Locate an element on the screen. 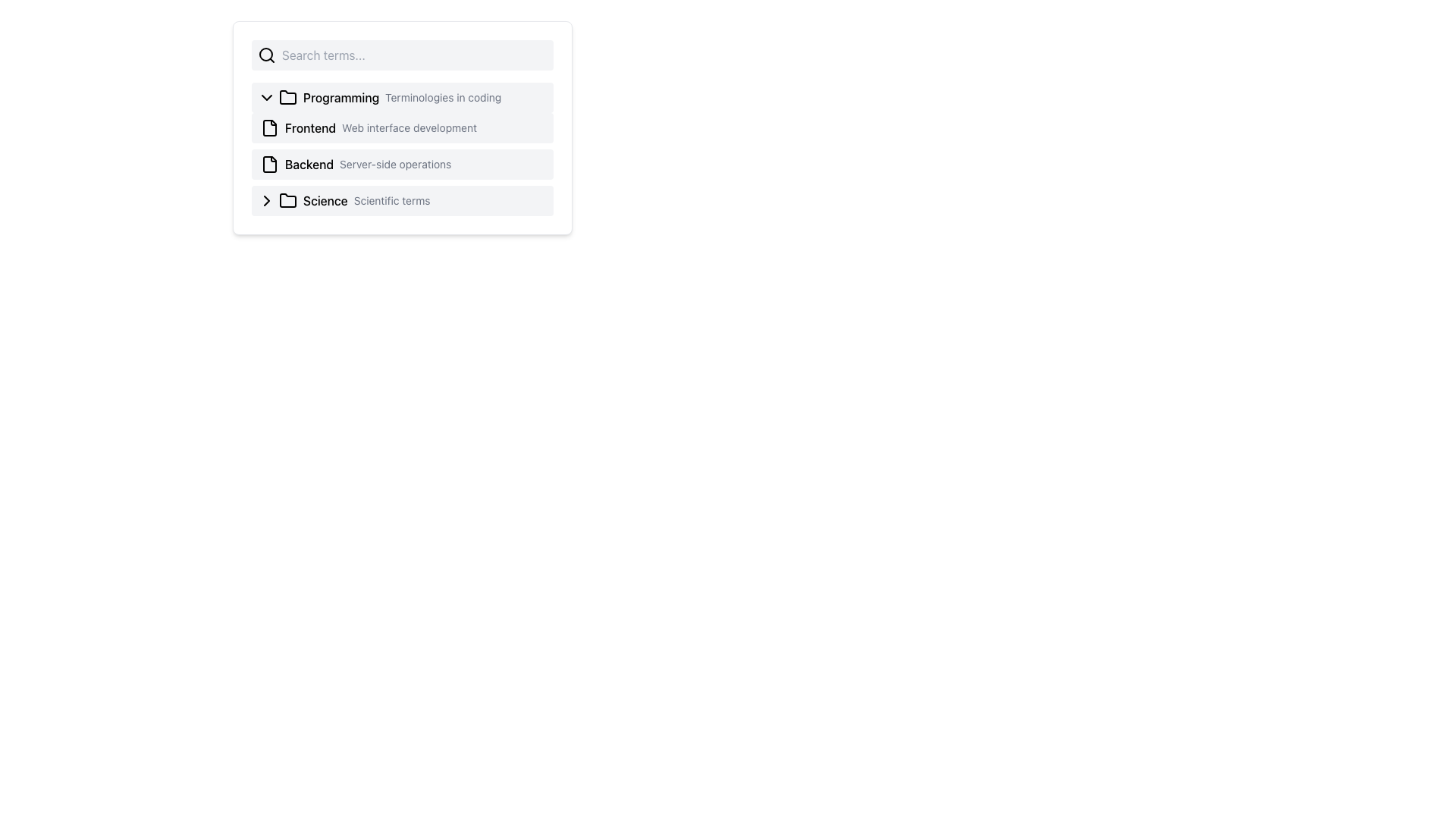  Text Label located to the right of the bold 'Frontend' text in the second entry under the 'Programming' category for details is located at coordinates (409, 127).